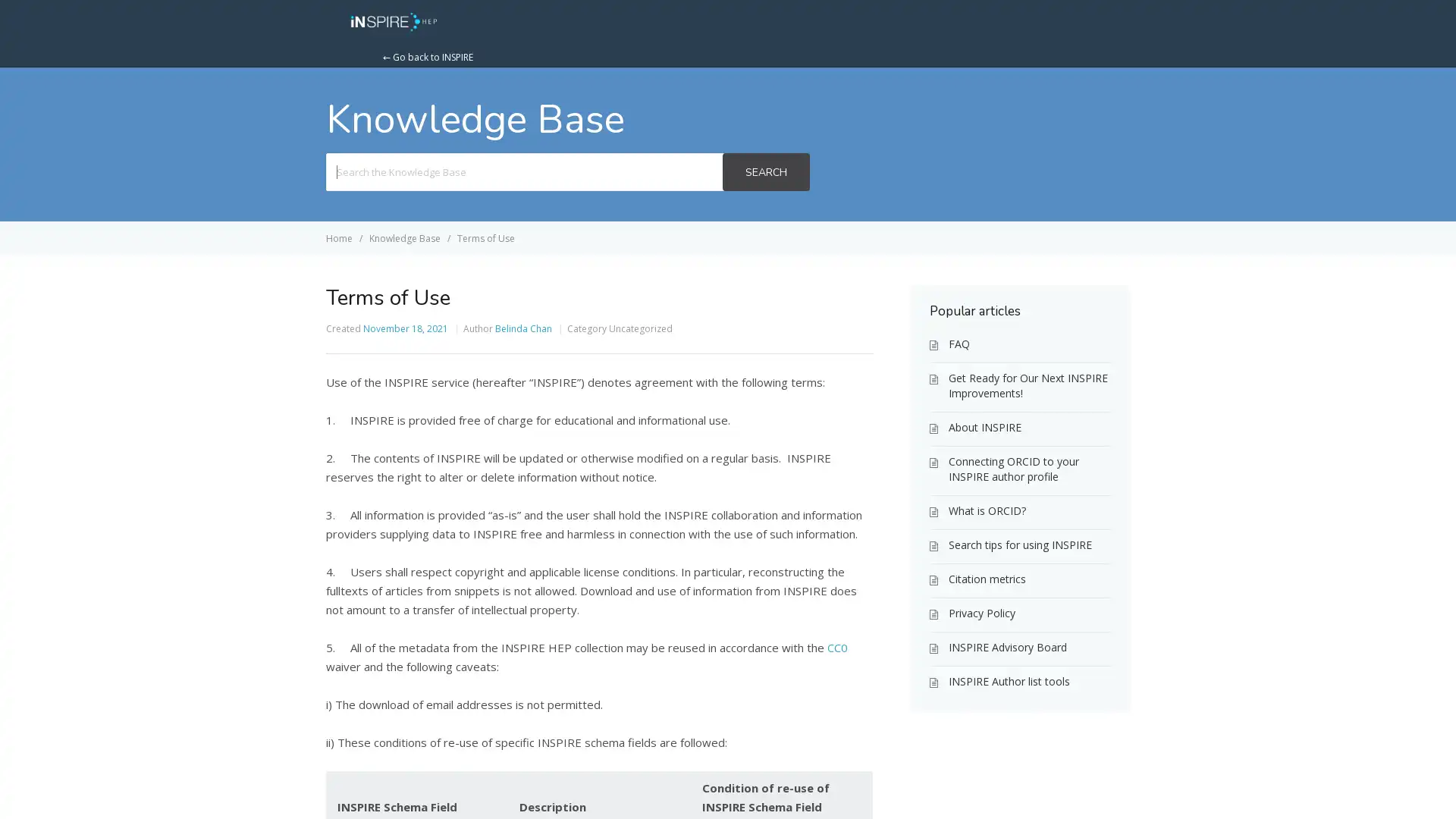 The width and height of the screenshot is (1456, 819). I want to click on SEARCH, so click(765, 171).